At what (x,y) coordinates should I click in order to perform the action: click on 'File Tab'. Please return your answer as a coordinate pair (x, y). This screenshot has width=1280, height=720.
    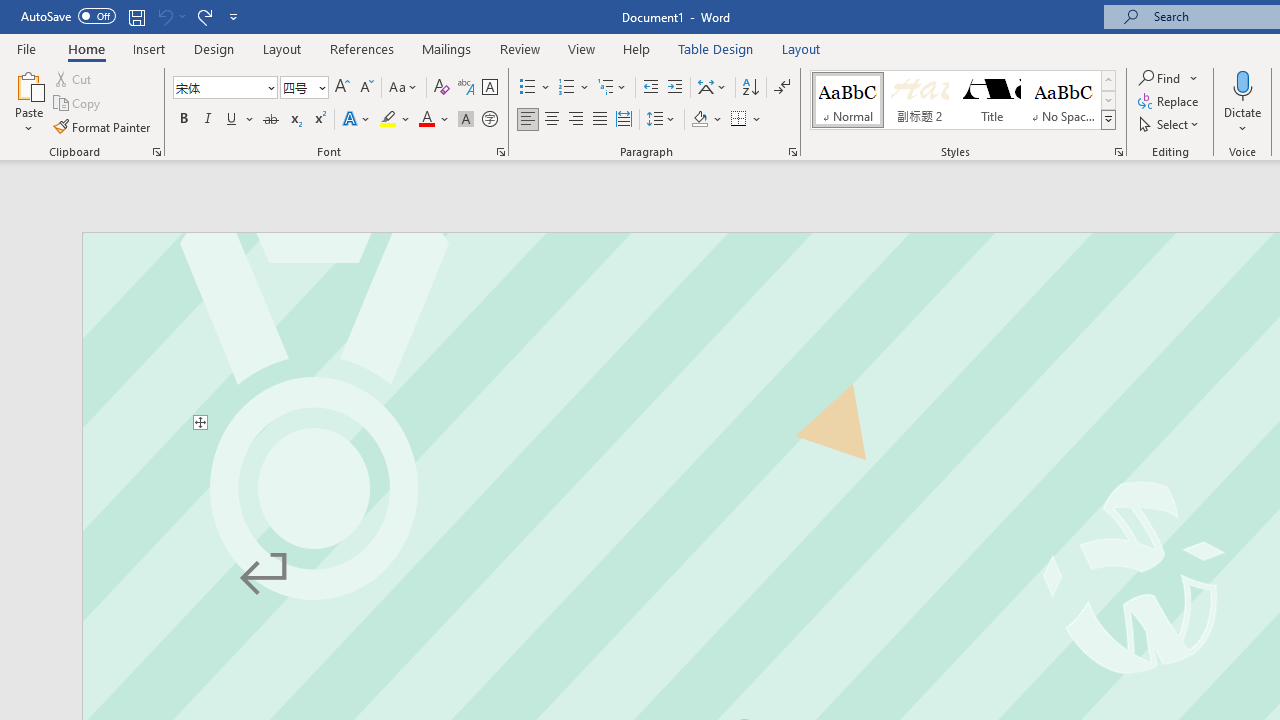
    Looking at the image, I should click on (26, 47).